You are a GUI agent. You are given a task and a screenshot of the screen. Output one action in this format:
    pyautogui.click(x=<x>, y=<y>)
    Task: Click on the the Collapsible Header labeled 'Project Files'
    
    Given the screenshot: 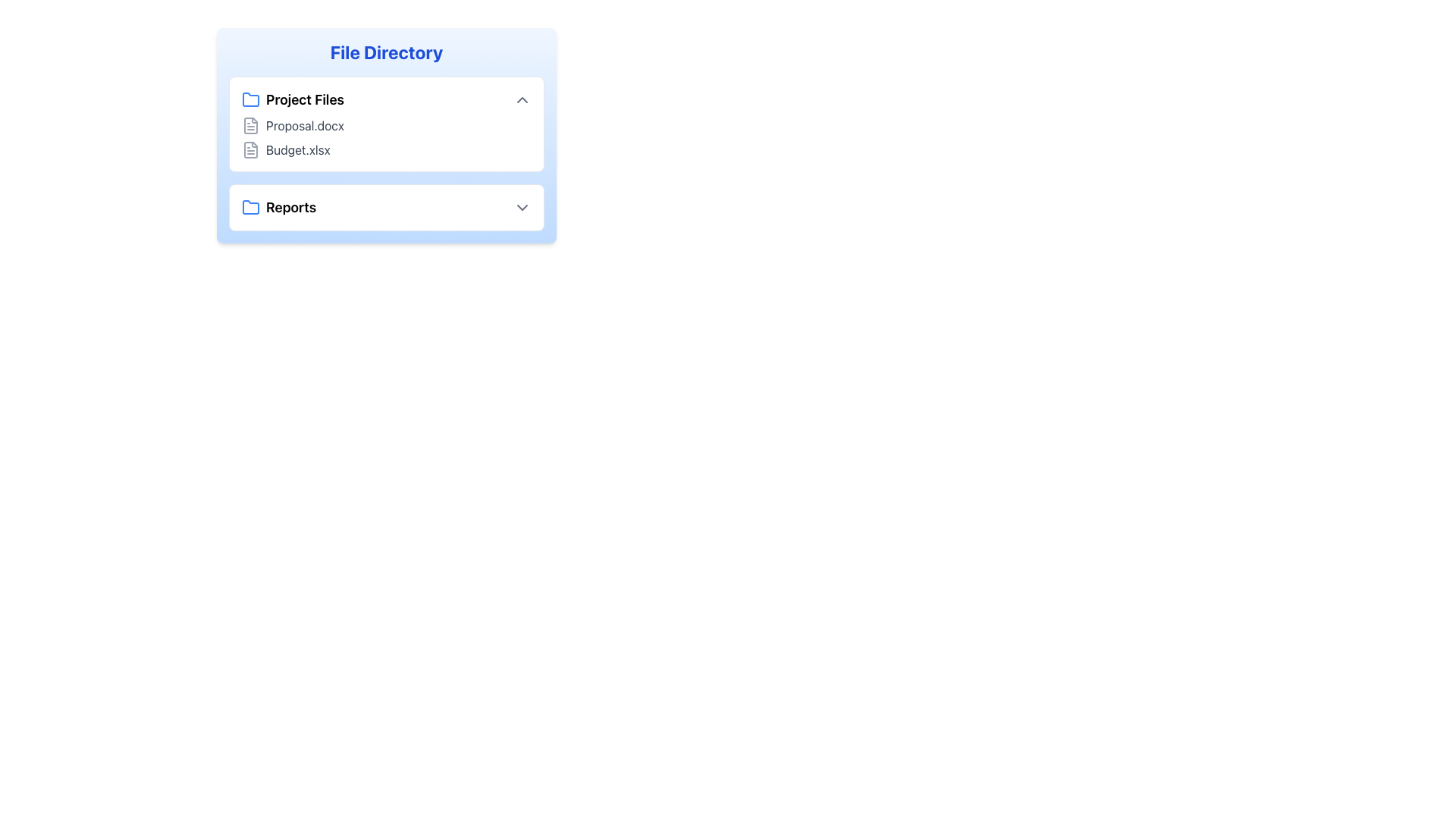 What is the action you would take?
    pyautogui.click(x=386, y=99)
    